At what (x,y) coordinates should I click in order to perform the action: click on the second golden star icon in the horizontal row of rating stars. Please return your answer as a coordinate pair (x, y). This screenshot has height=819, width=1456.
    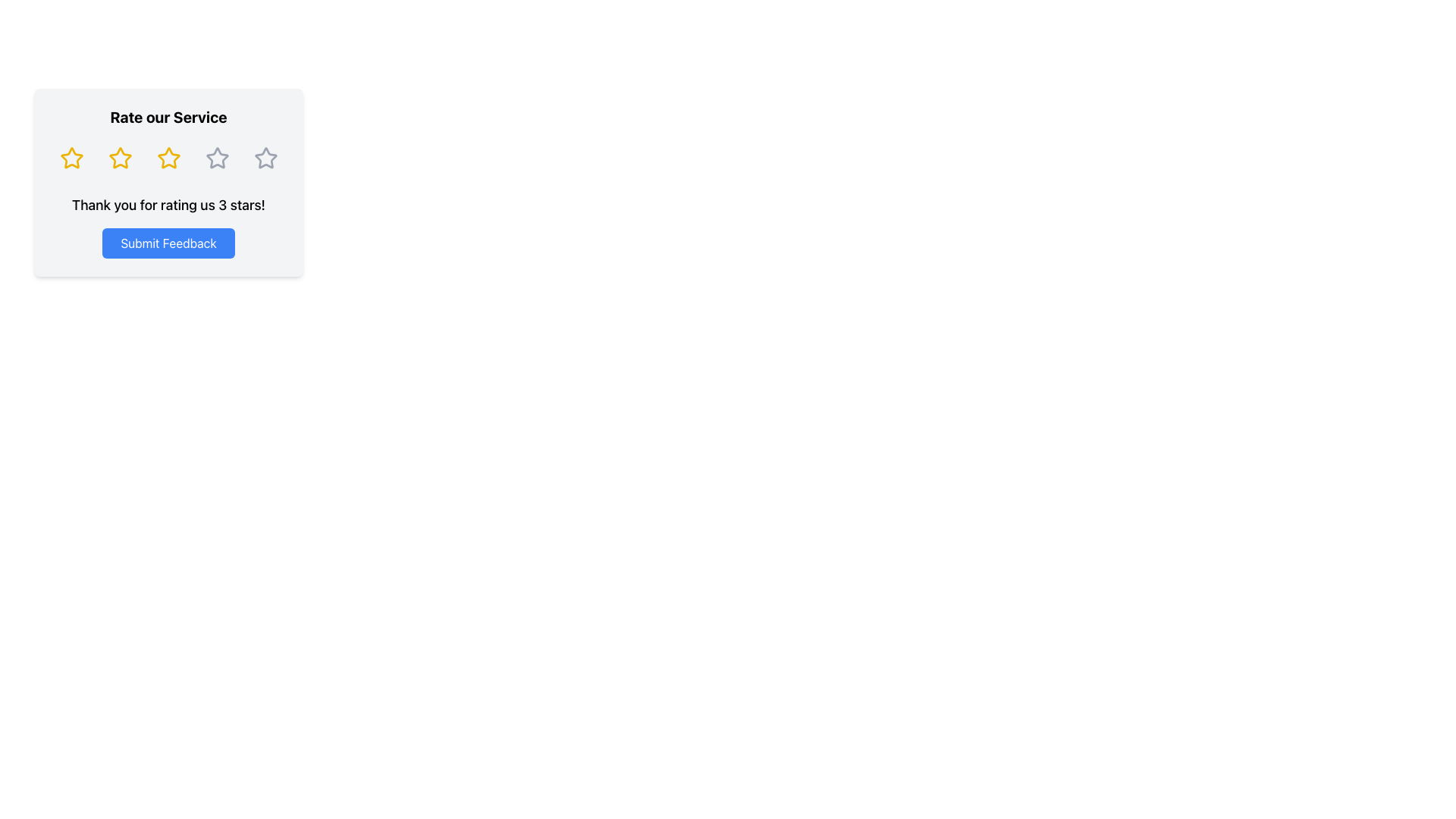
    Looking at the image, I should click on (119, 158).